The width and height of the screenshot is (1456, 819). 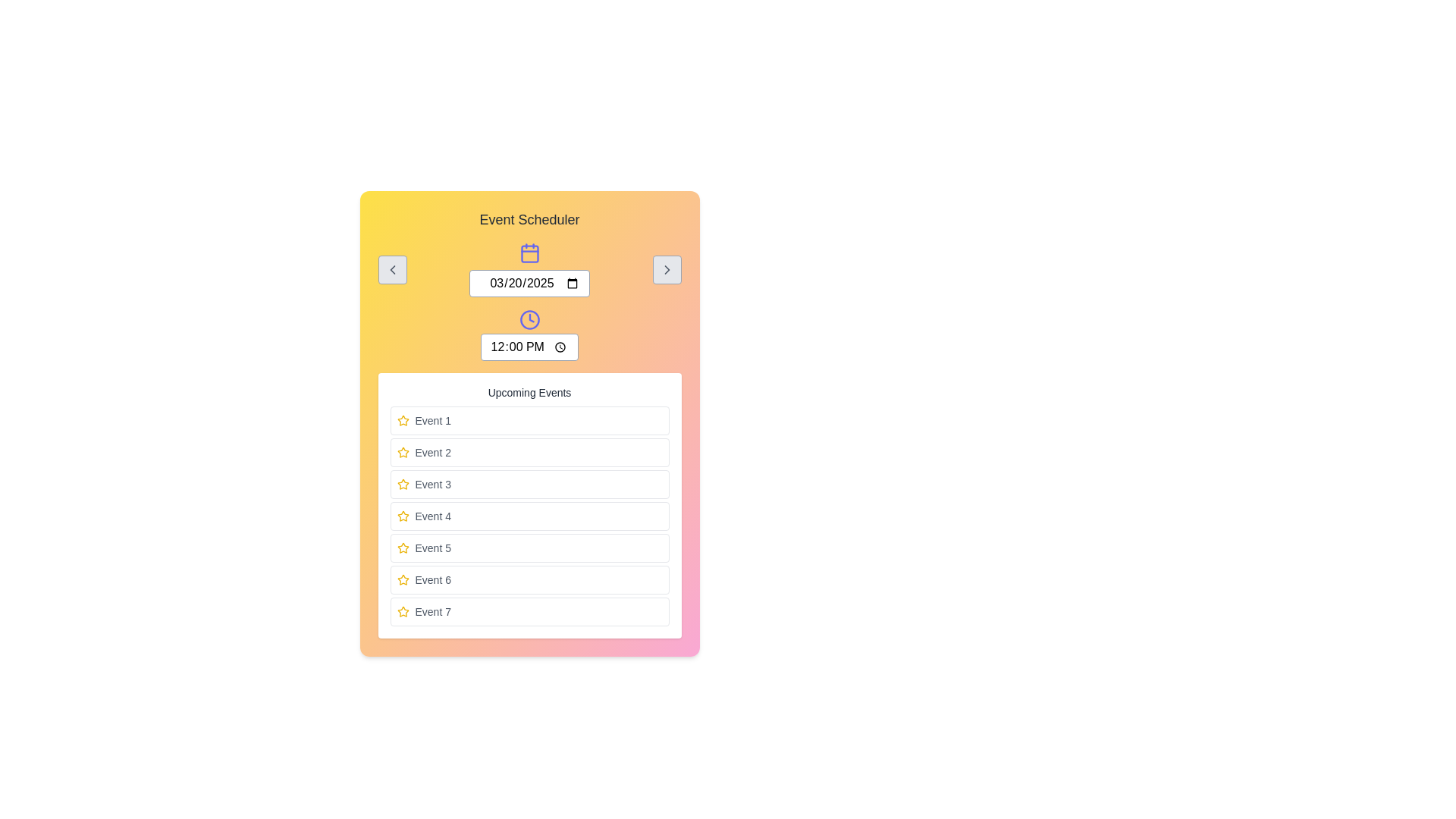 What do you see at coordinates (432, 485) in the screenshot?
I see `text content of the third event label located beneath the 'Upcoming Events' section, aligned with a star icon` at bounding box center [432, 485].